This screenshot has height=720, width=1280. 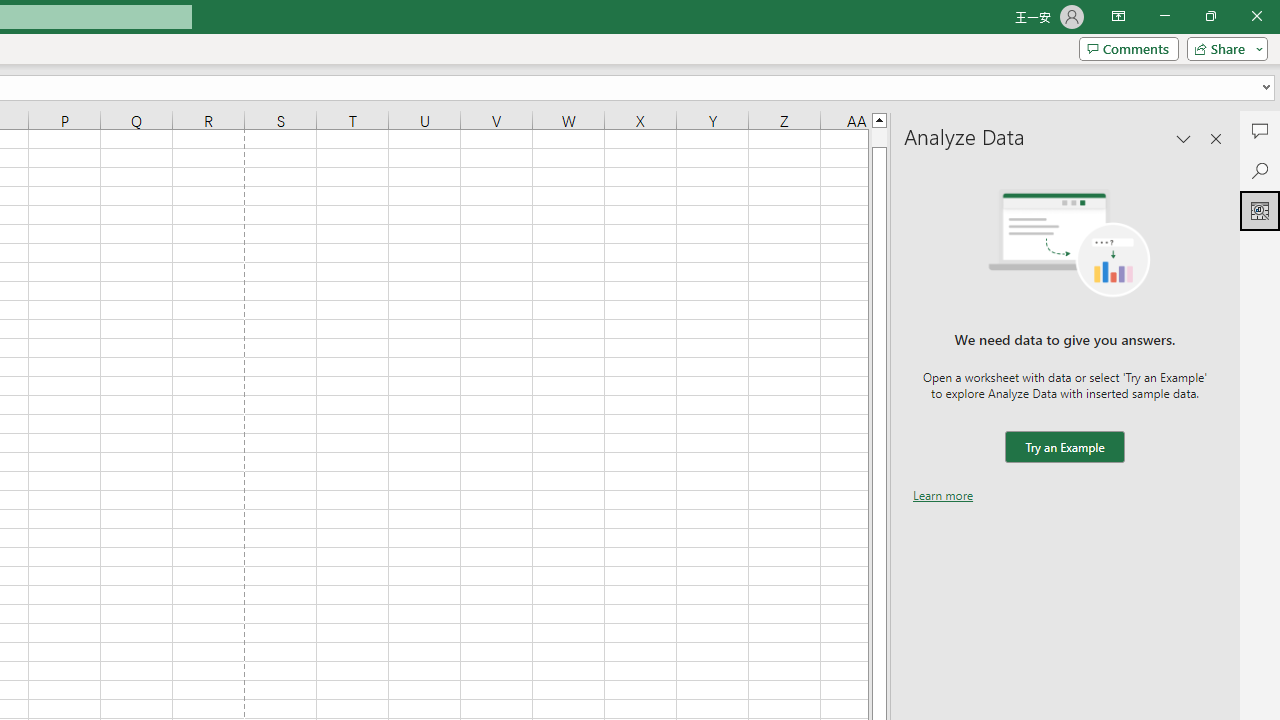 I want to click on 'Learn more', so click(x=942, y=495).